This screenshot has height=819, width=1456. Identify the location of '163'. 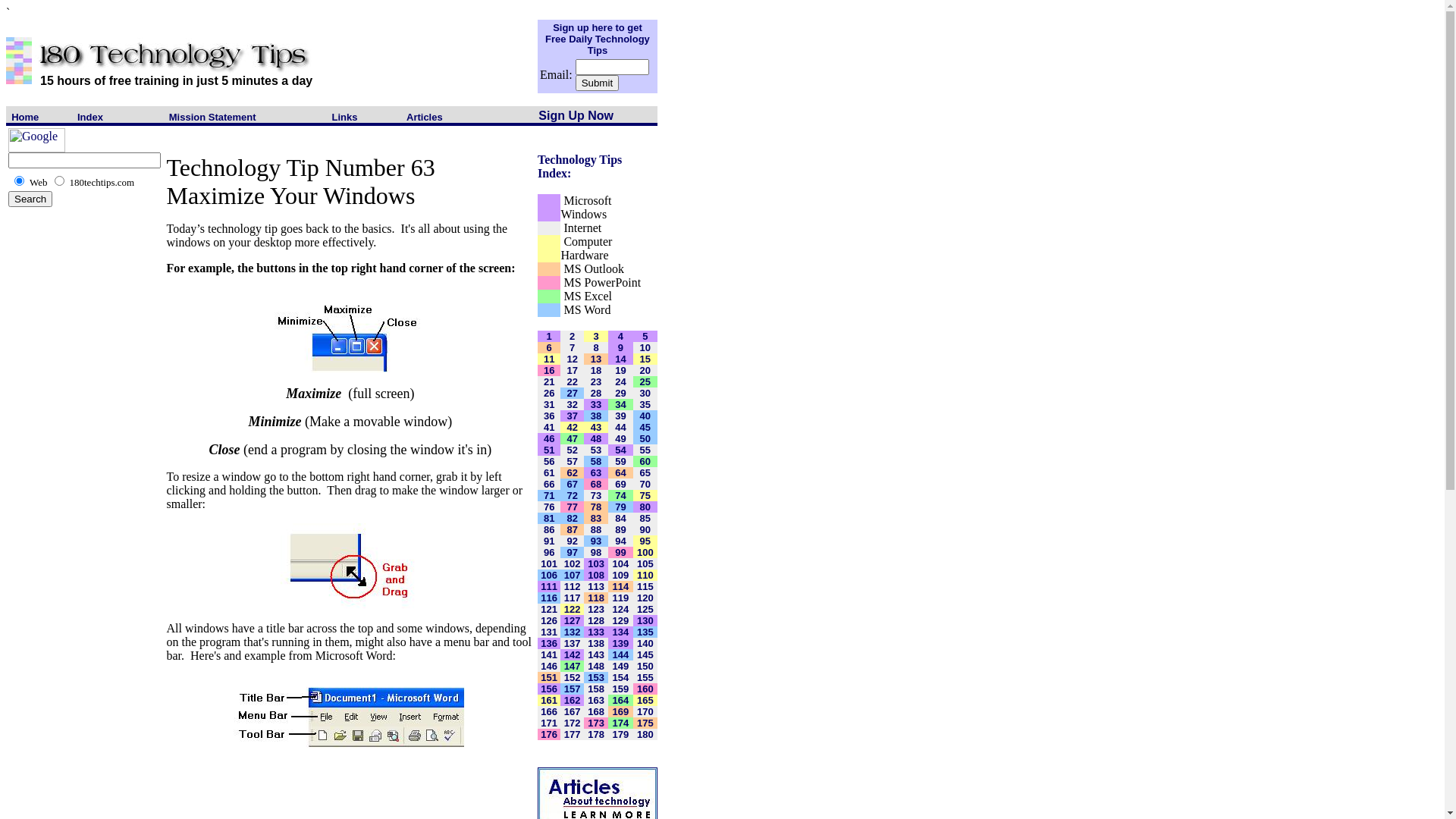
(586, 699).